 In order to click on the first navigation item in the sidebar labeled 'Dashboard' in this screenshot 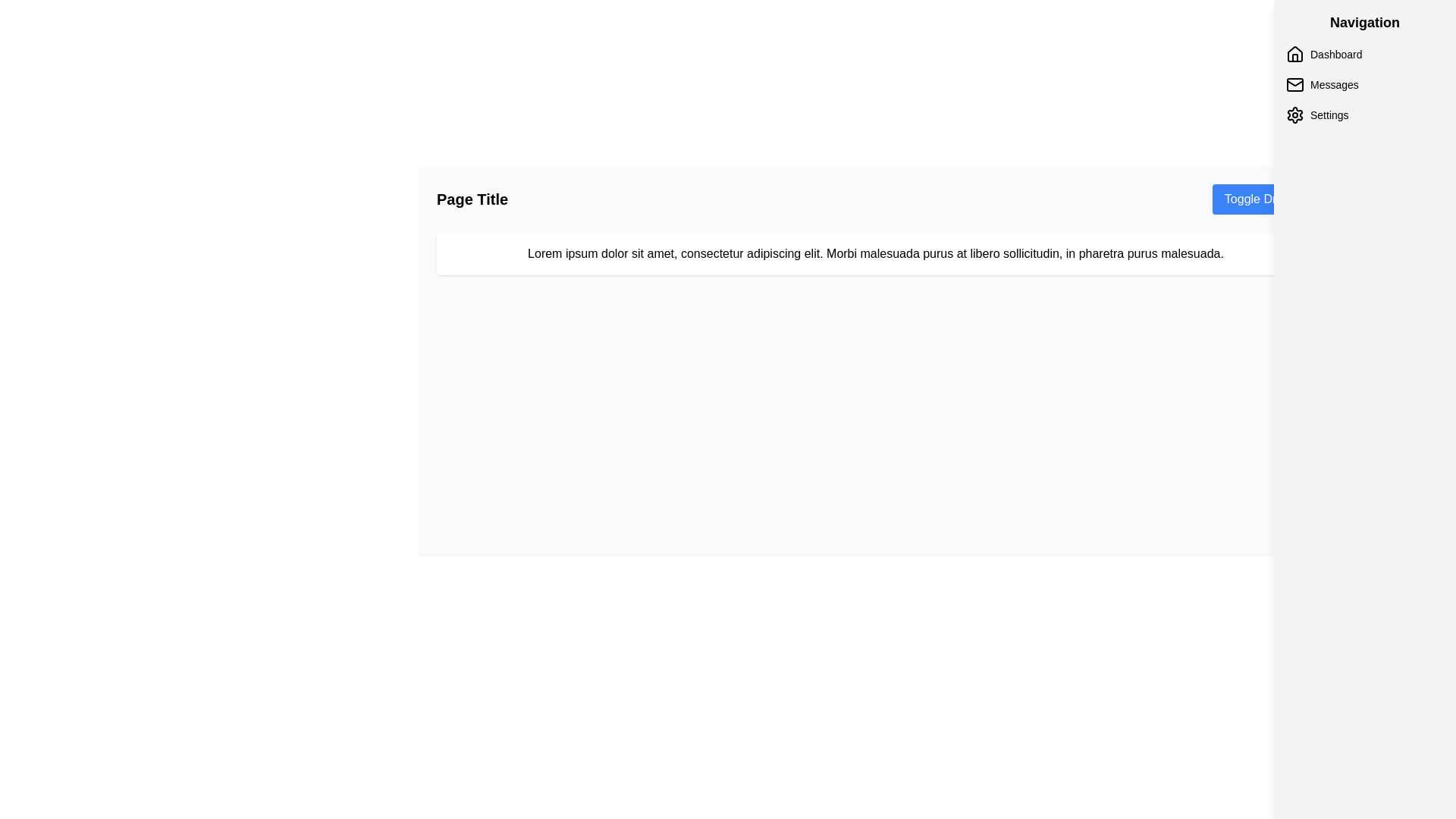, I will do `click(1365, 54)`.